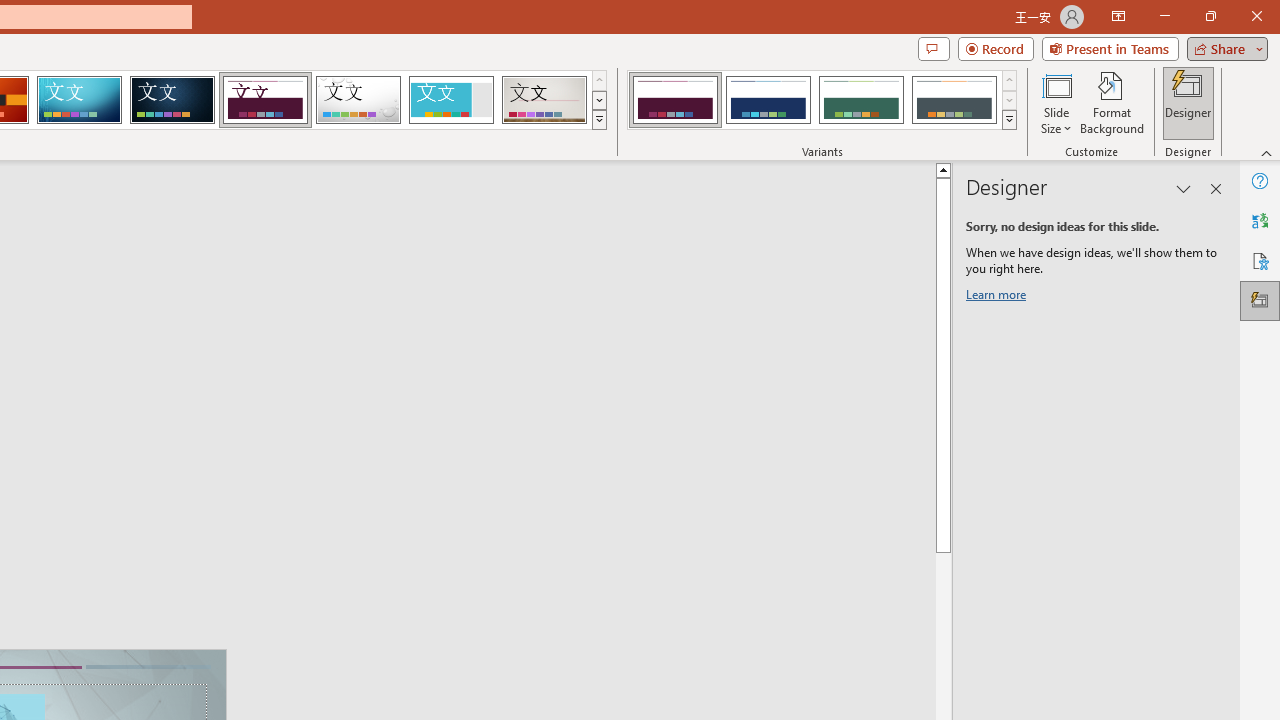 Image resolution: width=1280 pixels, height=720 pixels. Describe the element at coordinates (358, 100) in the screenshot. I see `'Droplet'` at that location.